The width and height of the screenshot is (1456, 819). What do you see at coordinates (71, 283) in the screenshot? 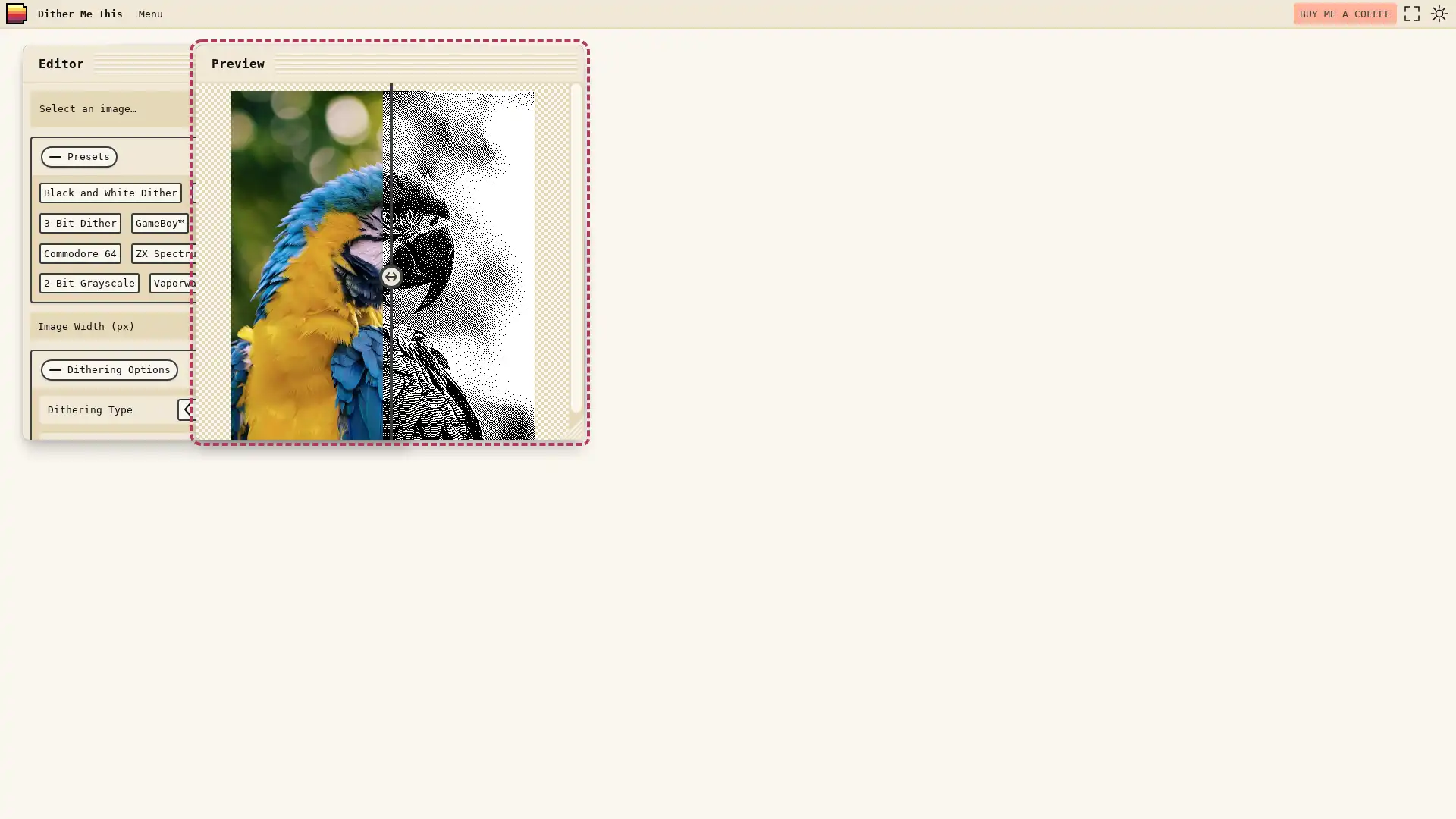
I see `Vaporwave` at bounding box center [71, 283].